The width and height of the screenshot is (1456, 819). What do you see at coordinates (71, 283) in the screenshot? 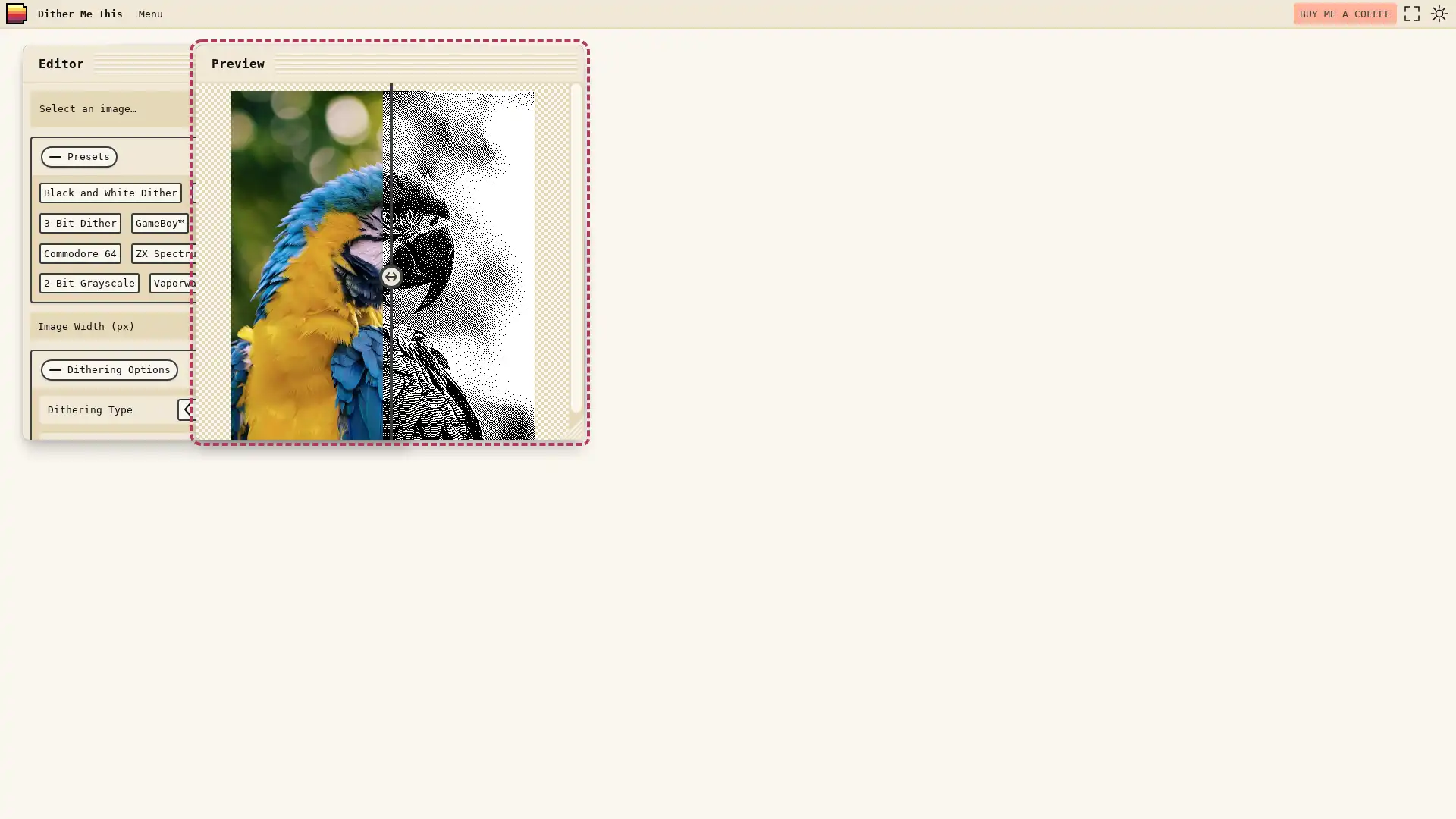
I see `Vaporwave` at bounding box center [71, 283].